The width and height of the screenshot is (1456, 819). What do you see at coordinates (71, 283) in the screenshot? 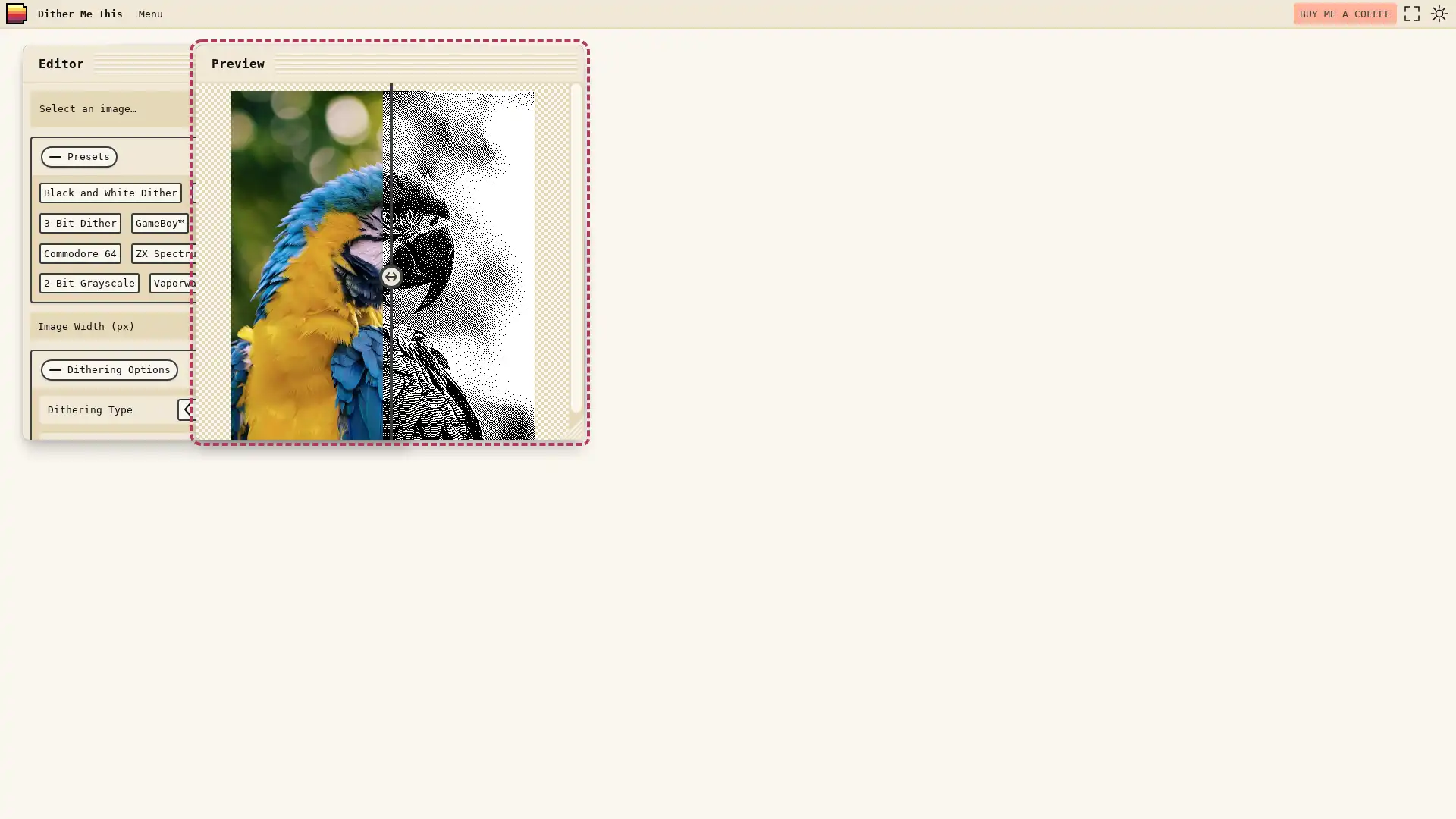
I see `Vaporwave` at bounding box center [71, 283].